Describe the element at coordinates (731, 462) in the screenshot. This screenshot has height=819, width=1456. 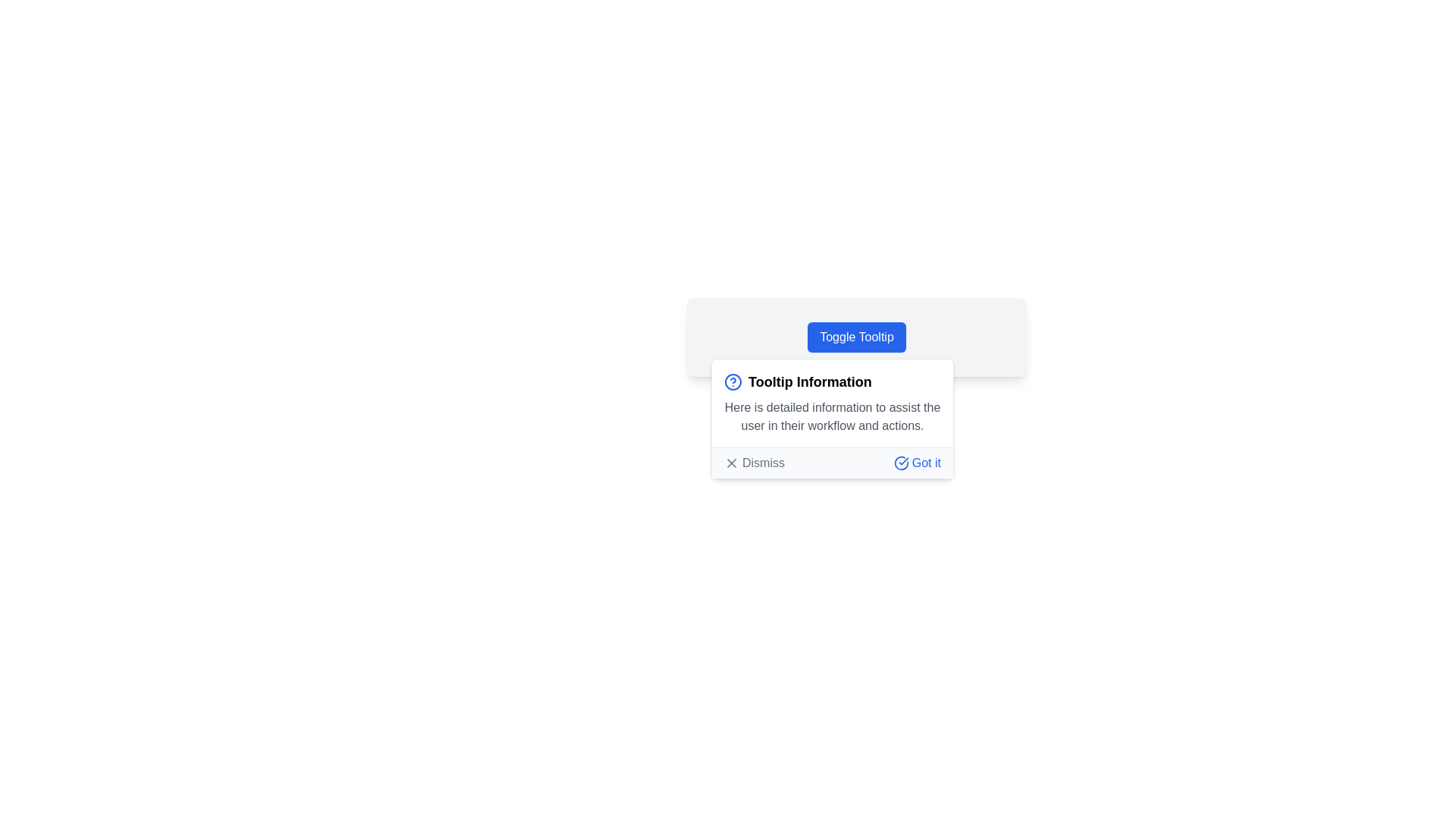
I see `the 'X' shaped close icon located at the top-left corner of the tooltip box` at that location.